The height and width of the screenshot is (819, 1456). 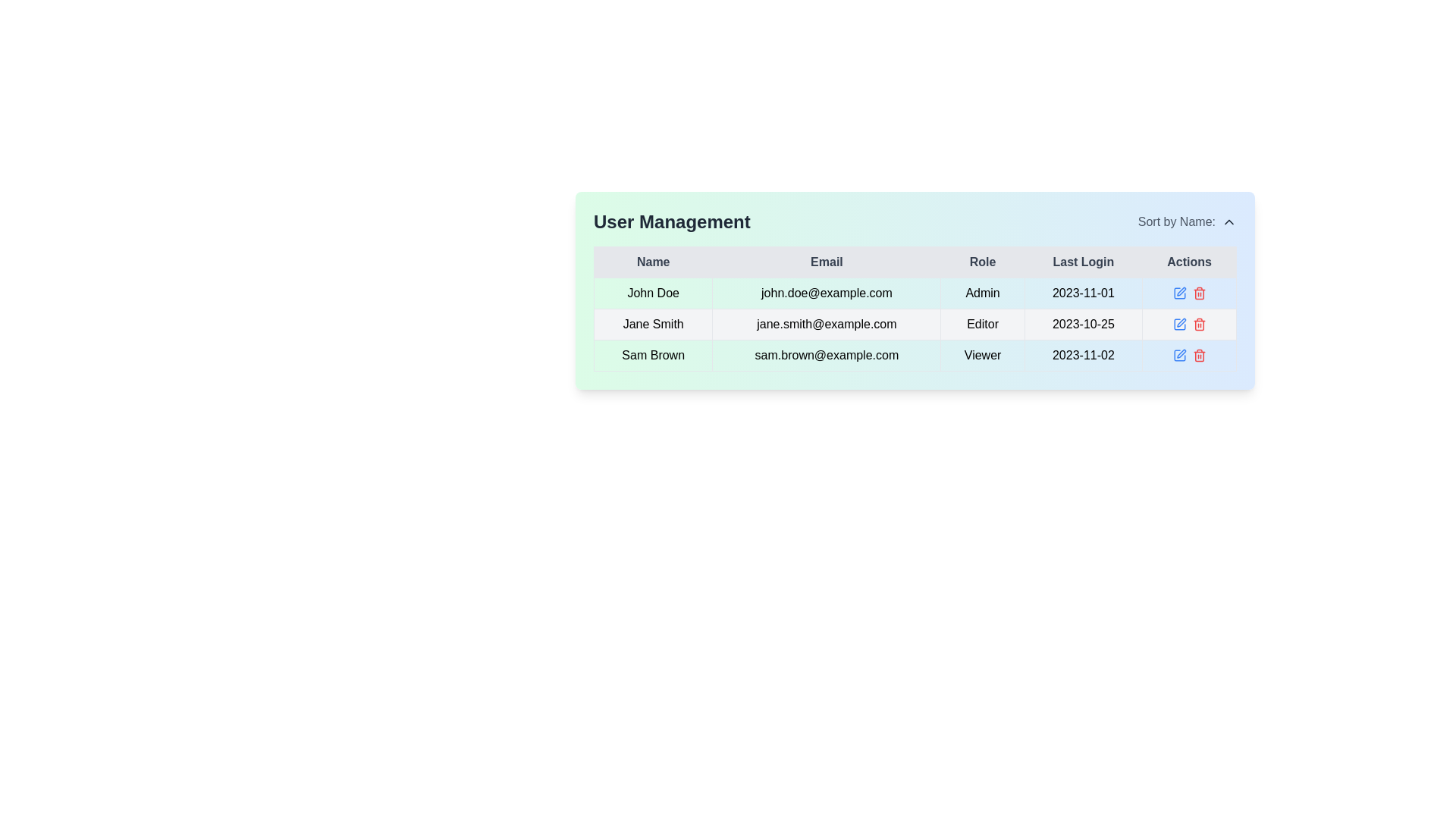 What do you see at coordinates (1229, 222) in the screenshot?
I see `the upward-pointing chevron icon located on the right side of the 'Sort by Name:' label in the 'User Management' section` at bounding box center [1229, 222].